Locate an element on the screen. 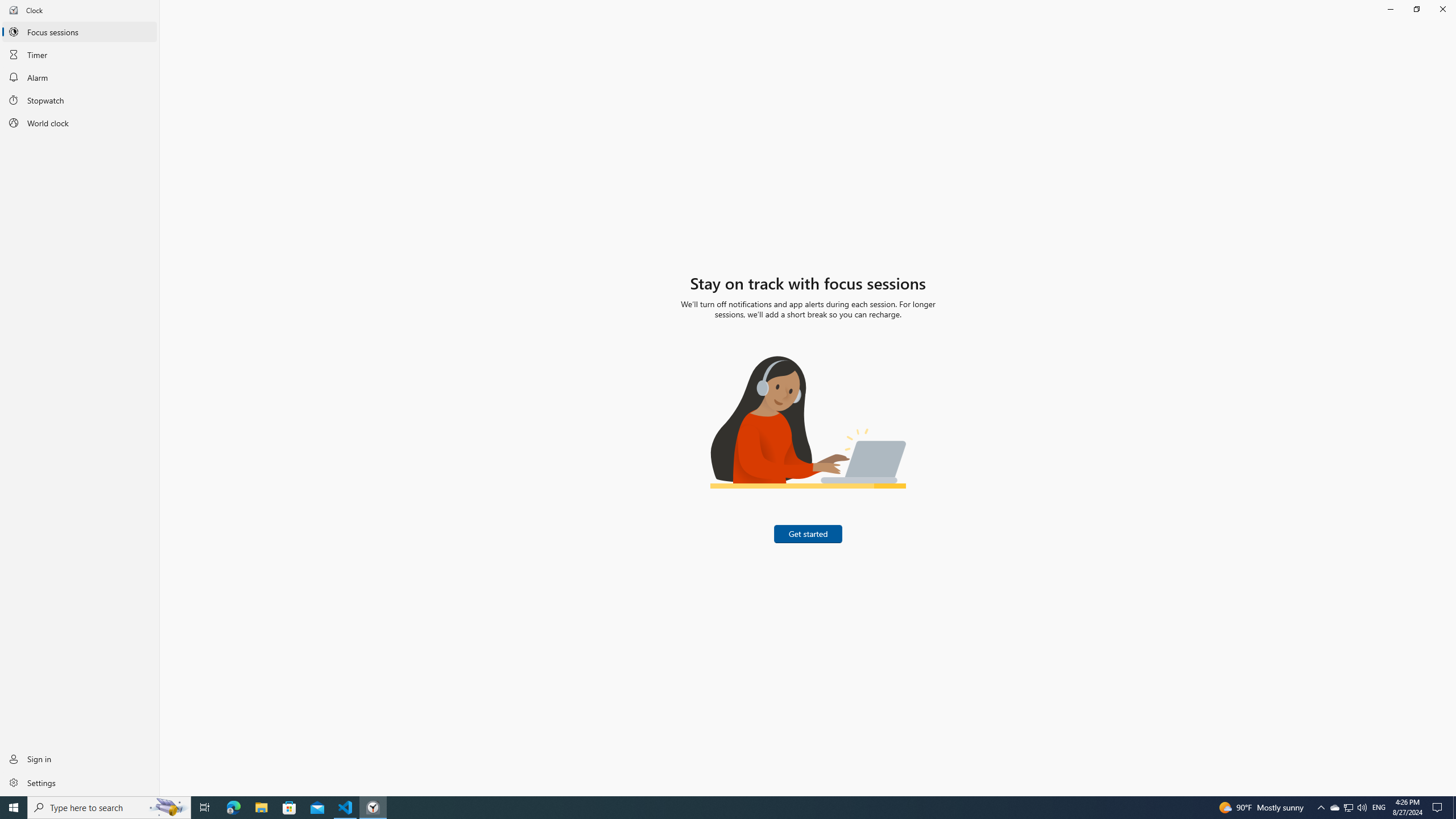  'Close Clock' is located at coordinates (1442, 9).